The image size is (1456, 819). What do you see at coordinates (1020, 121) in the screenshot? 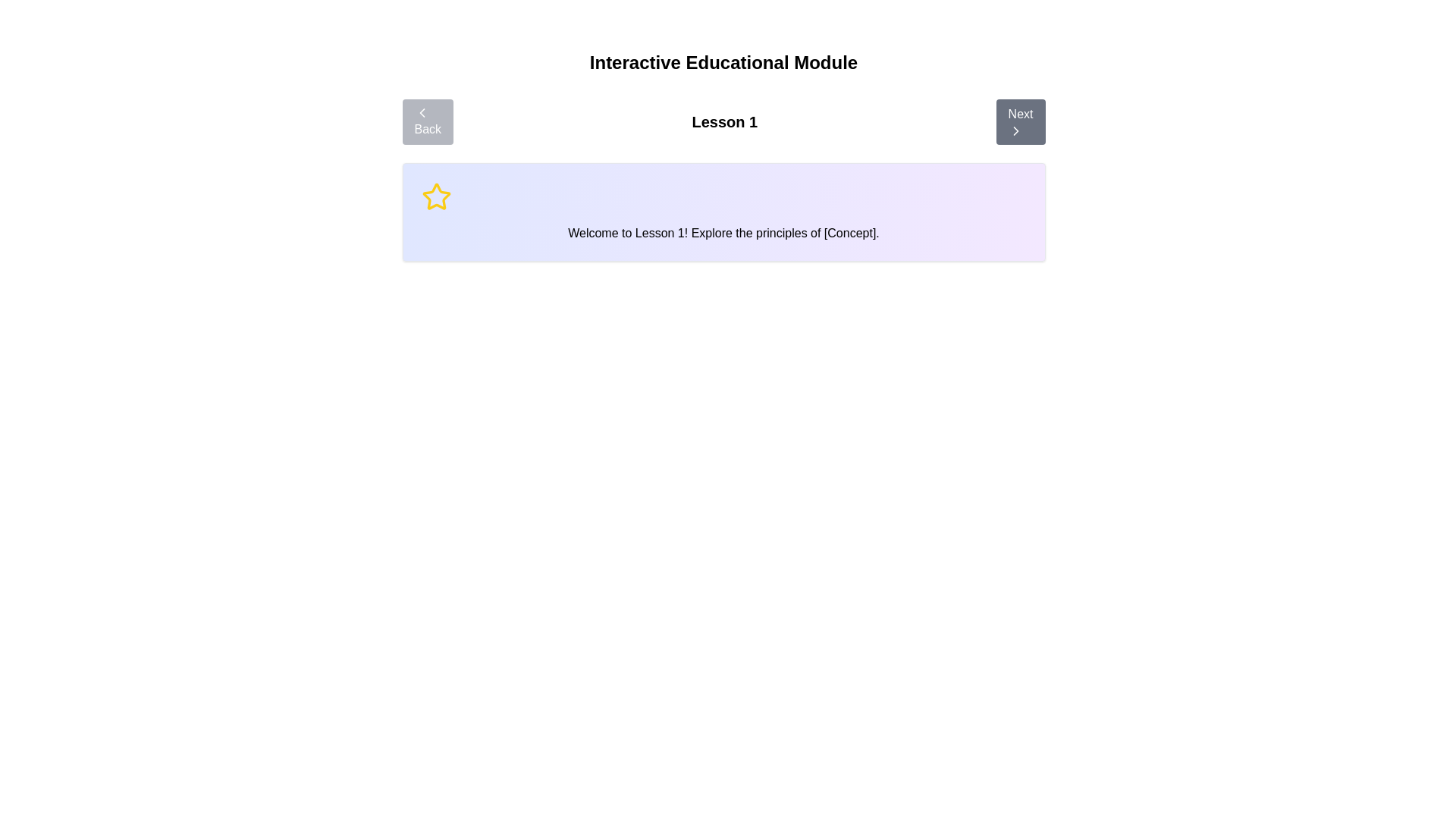
I see `Next button to navigate through the steps of the module` at bounding box center [1020, 121].